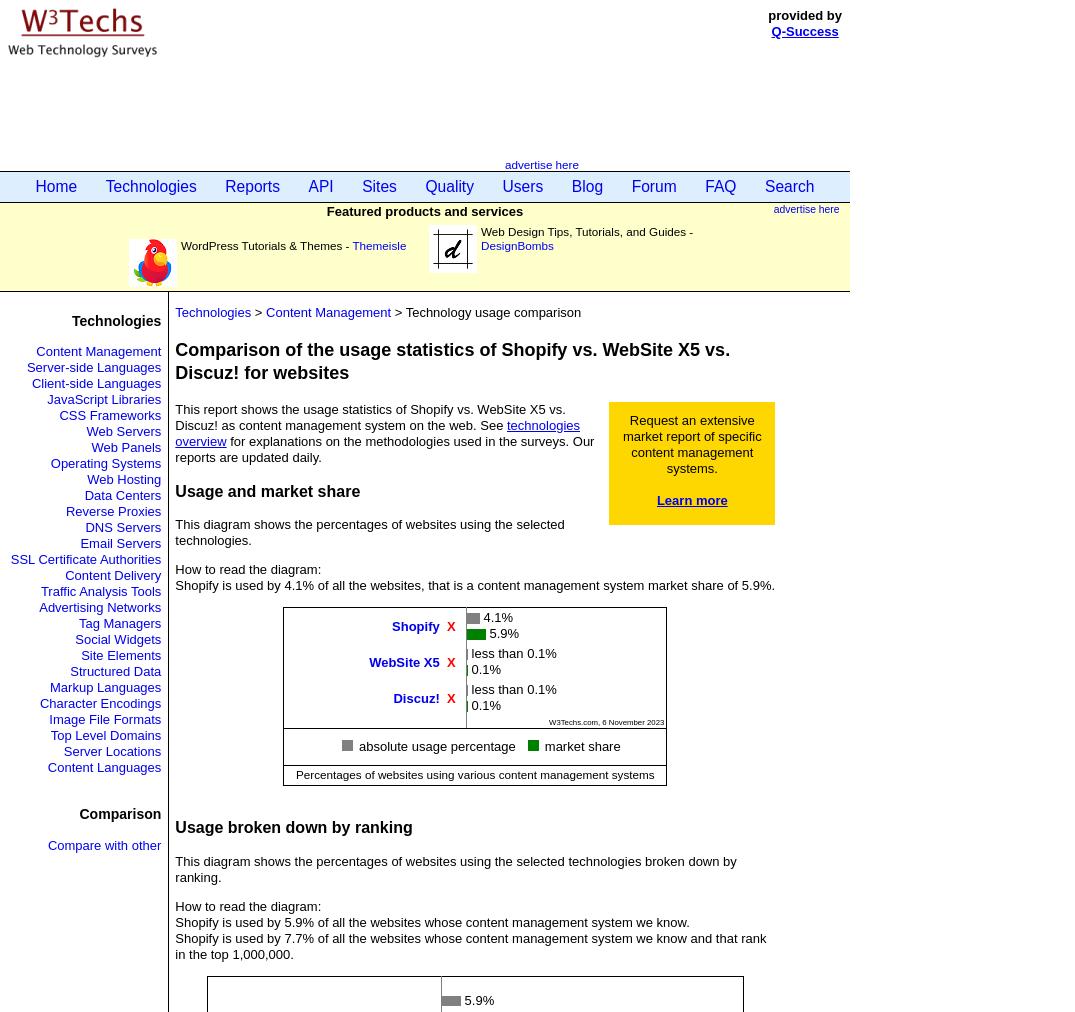 This screenshot has width=1075, height=1012. Describe the element at coordinates (48, 687) in the screenshot. I see `'Markup Languages'` at that location.